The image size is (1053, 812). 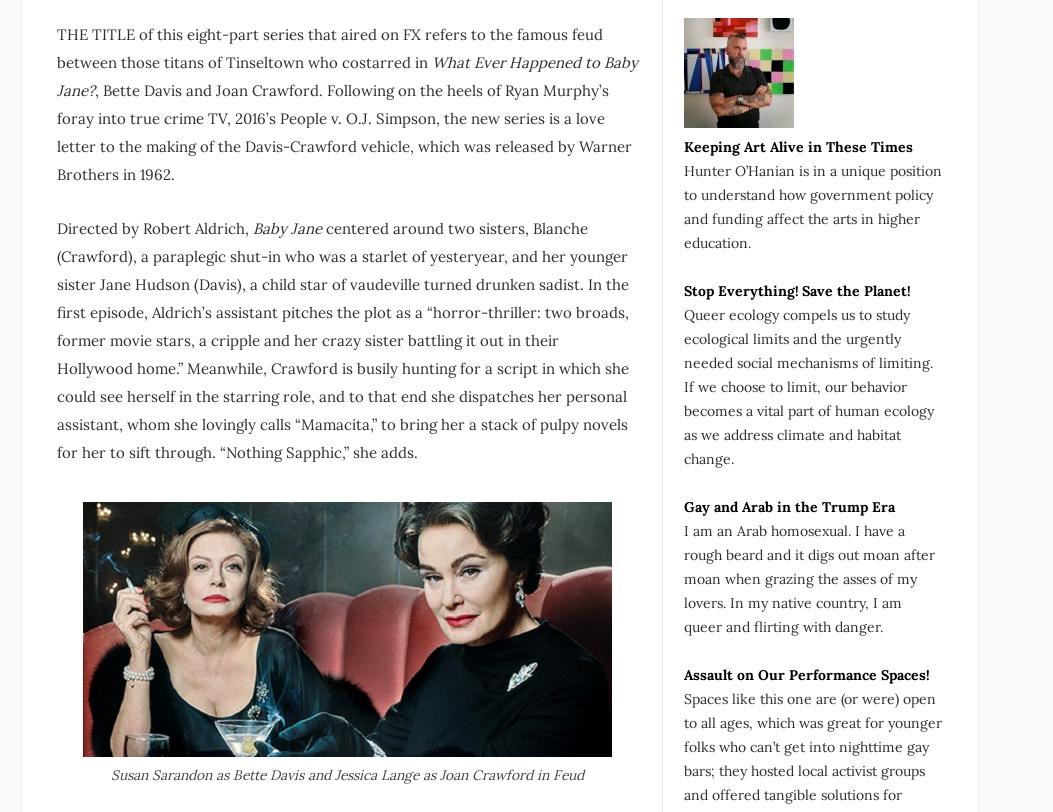 I want to click on 'Susan Sarandon as Bette Davis and Jessica Lange as Joan Crawford in Feud', so click(x=346, y=774).